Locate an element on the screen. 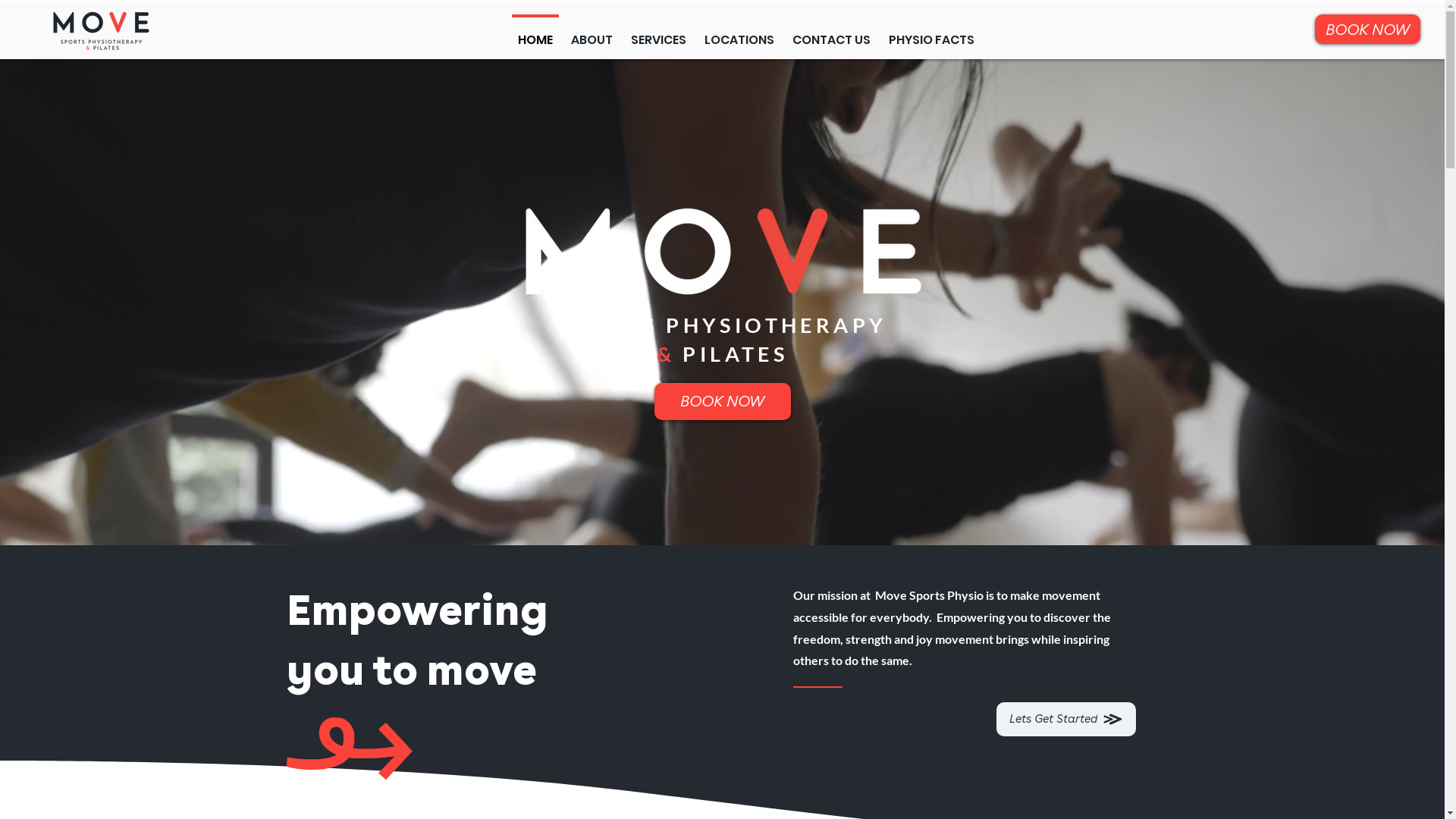  'CONTACT US' is located at coordinates (783, 33).